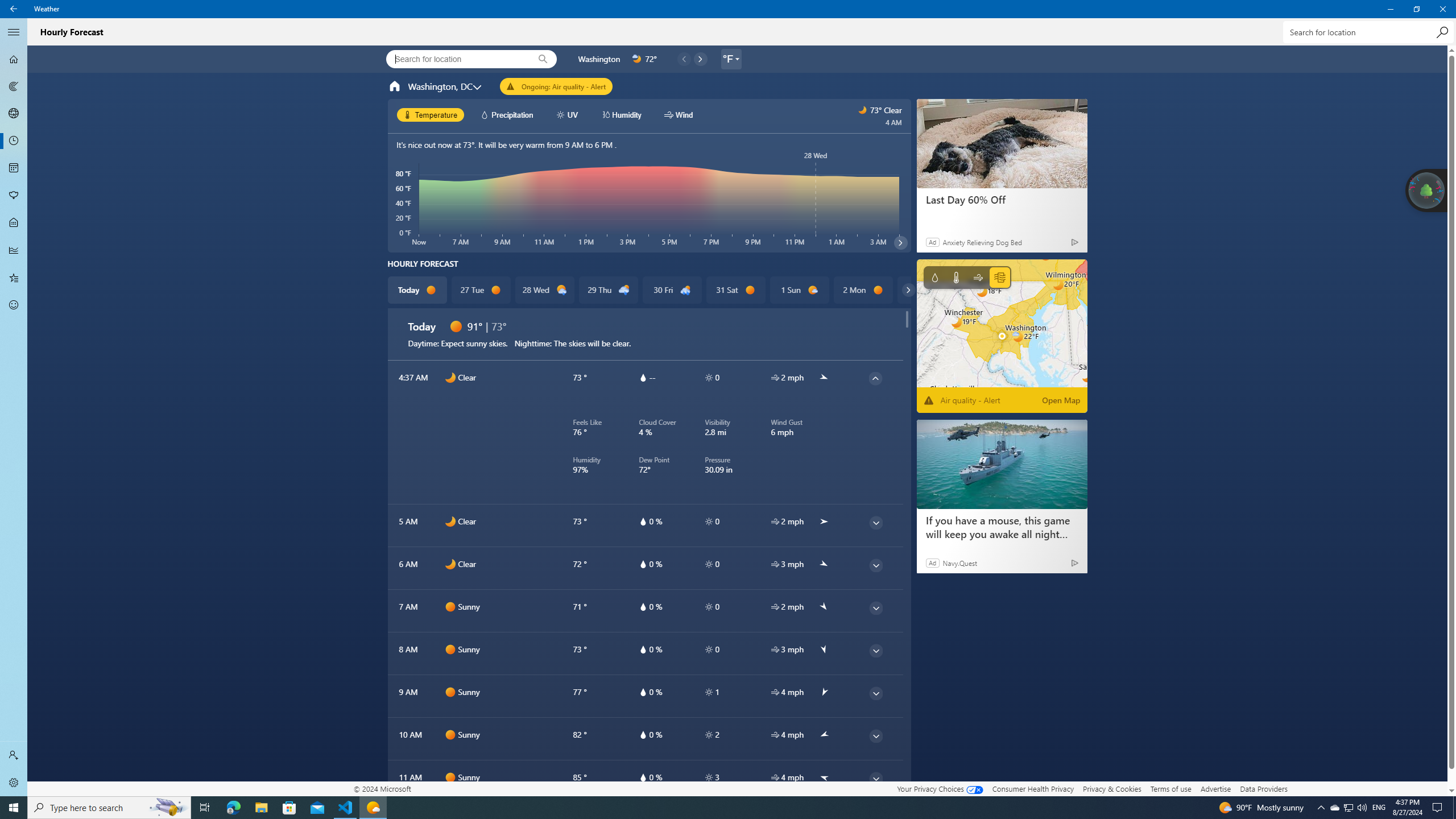  I want to click on 'Visual Studio Code - 1 running window', so click(345, 806).